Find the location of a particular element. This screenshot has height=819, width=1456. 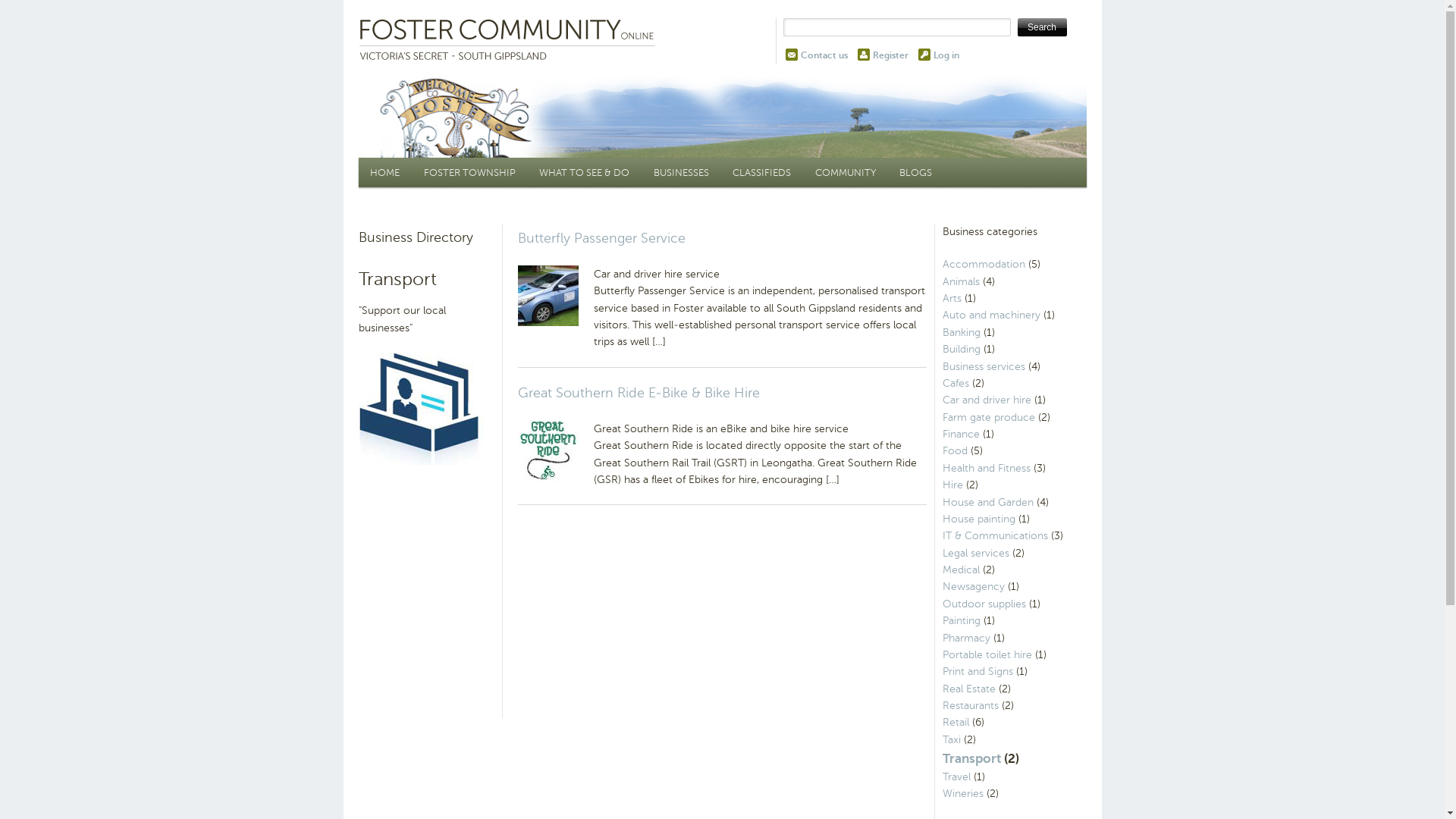

'IT & Communications' is located at coordinates (994, 535).